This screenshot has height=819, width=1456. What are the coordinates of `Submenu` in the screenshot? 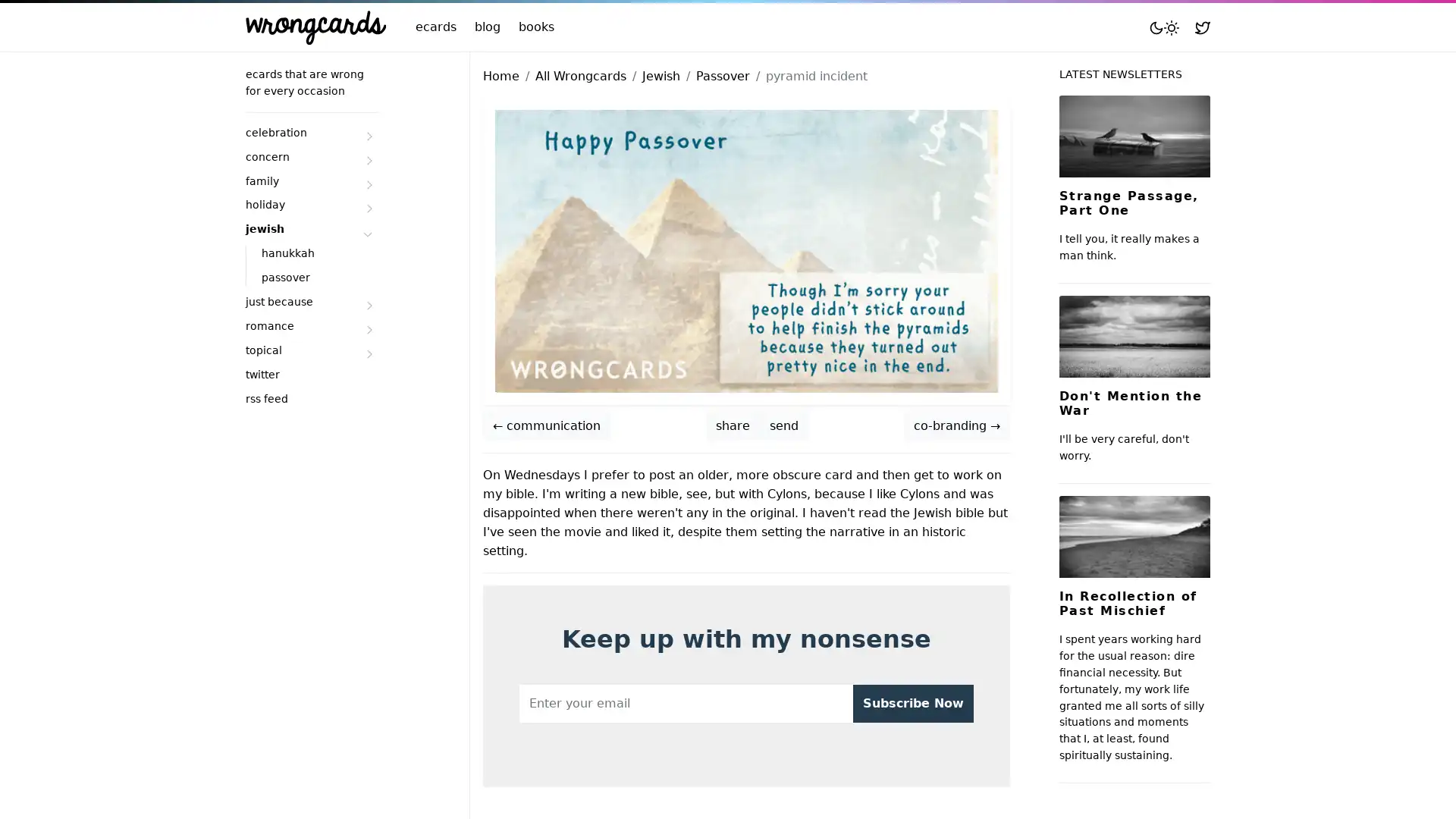 It's located at (367, 160).